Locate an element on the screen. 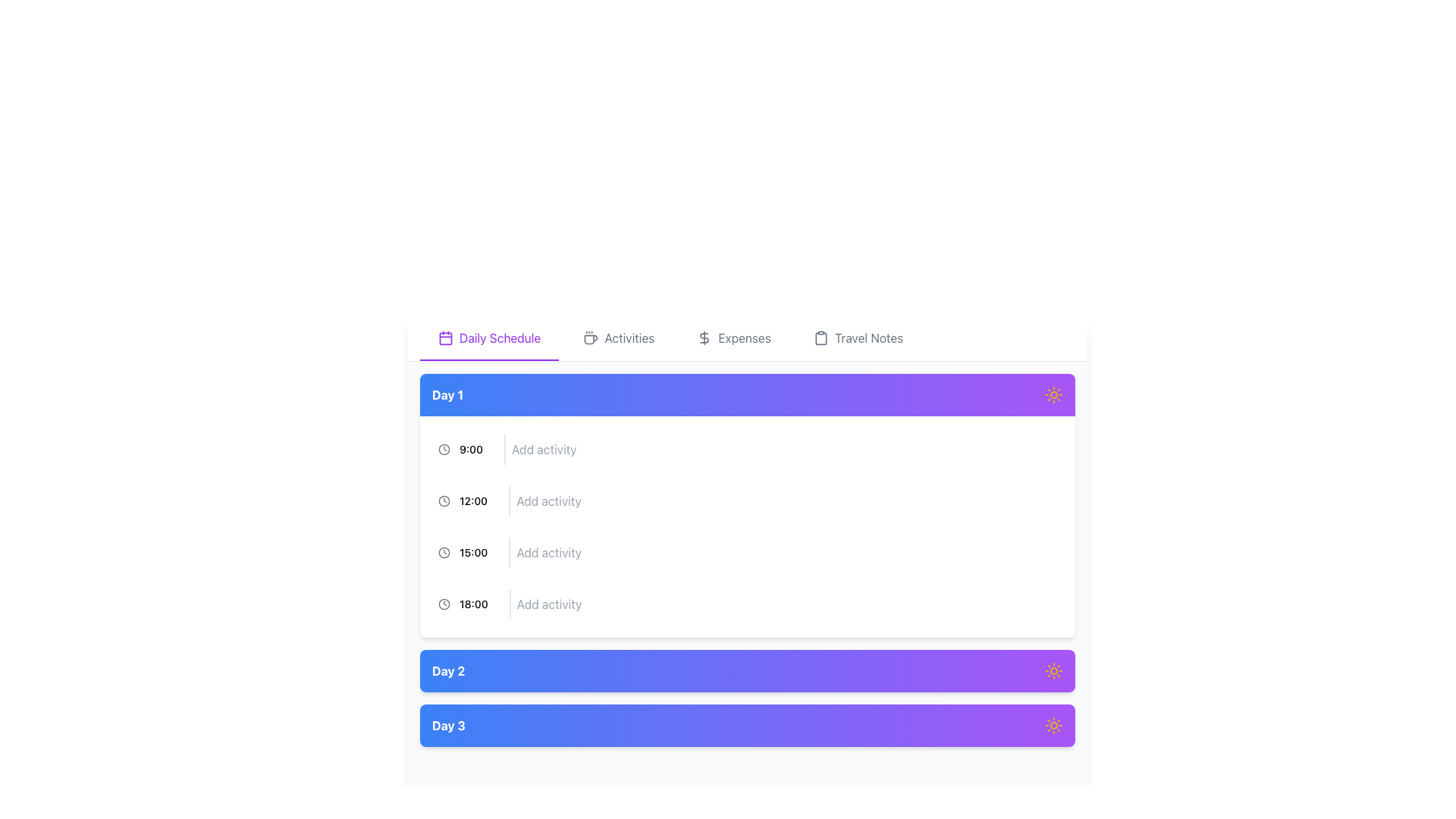 The width and height of the screenshot is (1456, 819). the 'Daily Schedule' navigation tab located at the top of the section, which is the first tab in a horizontal navigation bar is located at coordinates (489, 338).